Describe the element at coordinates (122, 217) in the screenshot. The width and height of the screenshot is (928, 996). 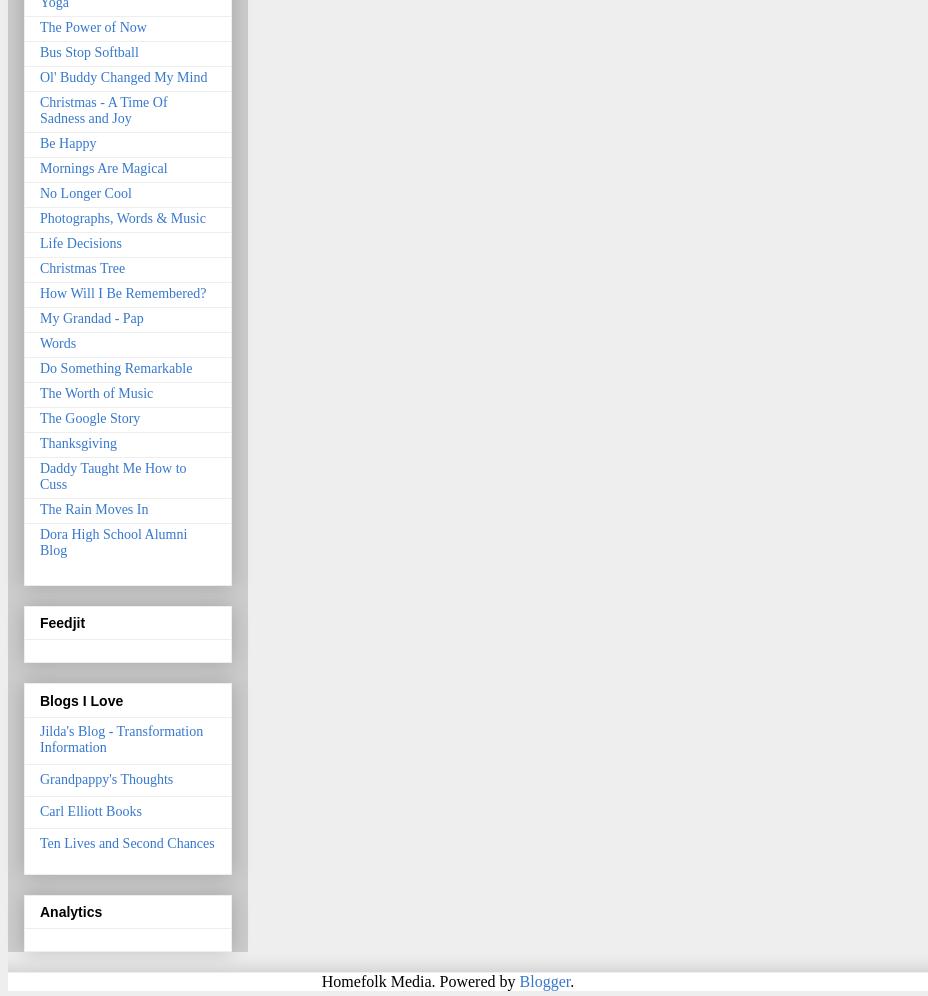
I see `'Photographs, Words & Music'` at that location.